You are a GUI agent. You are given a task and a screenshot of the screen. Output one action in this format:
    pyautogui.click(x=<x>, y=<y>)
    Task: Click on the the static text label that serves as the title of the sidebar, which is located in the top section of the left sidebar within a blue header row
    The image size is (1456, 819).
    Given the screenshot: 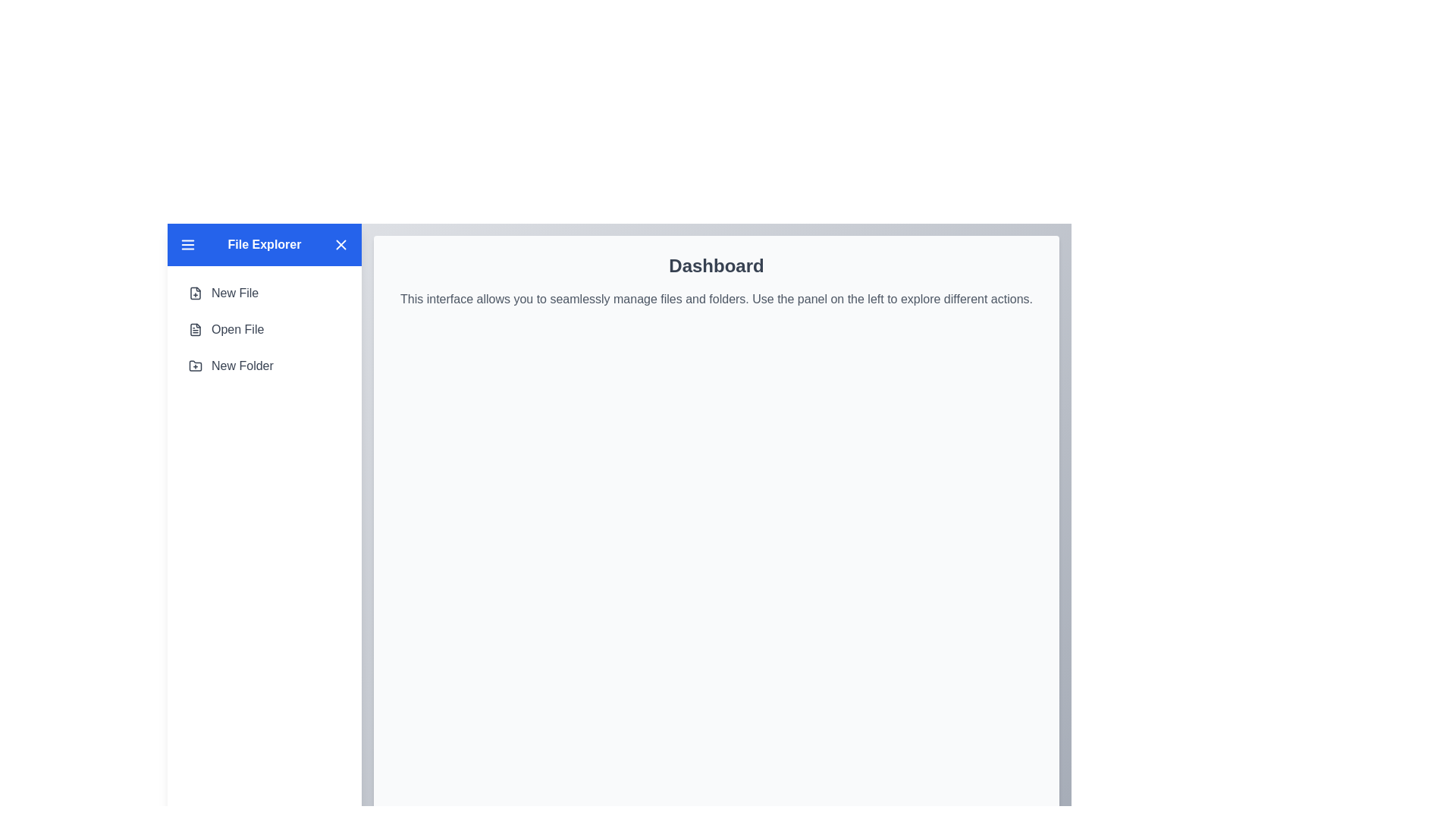 What is the action you would take?
    pyautogui.click(x=265, y=244)
    